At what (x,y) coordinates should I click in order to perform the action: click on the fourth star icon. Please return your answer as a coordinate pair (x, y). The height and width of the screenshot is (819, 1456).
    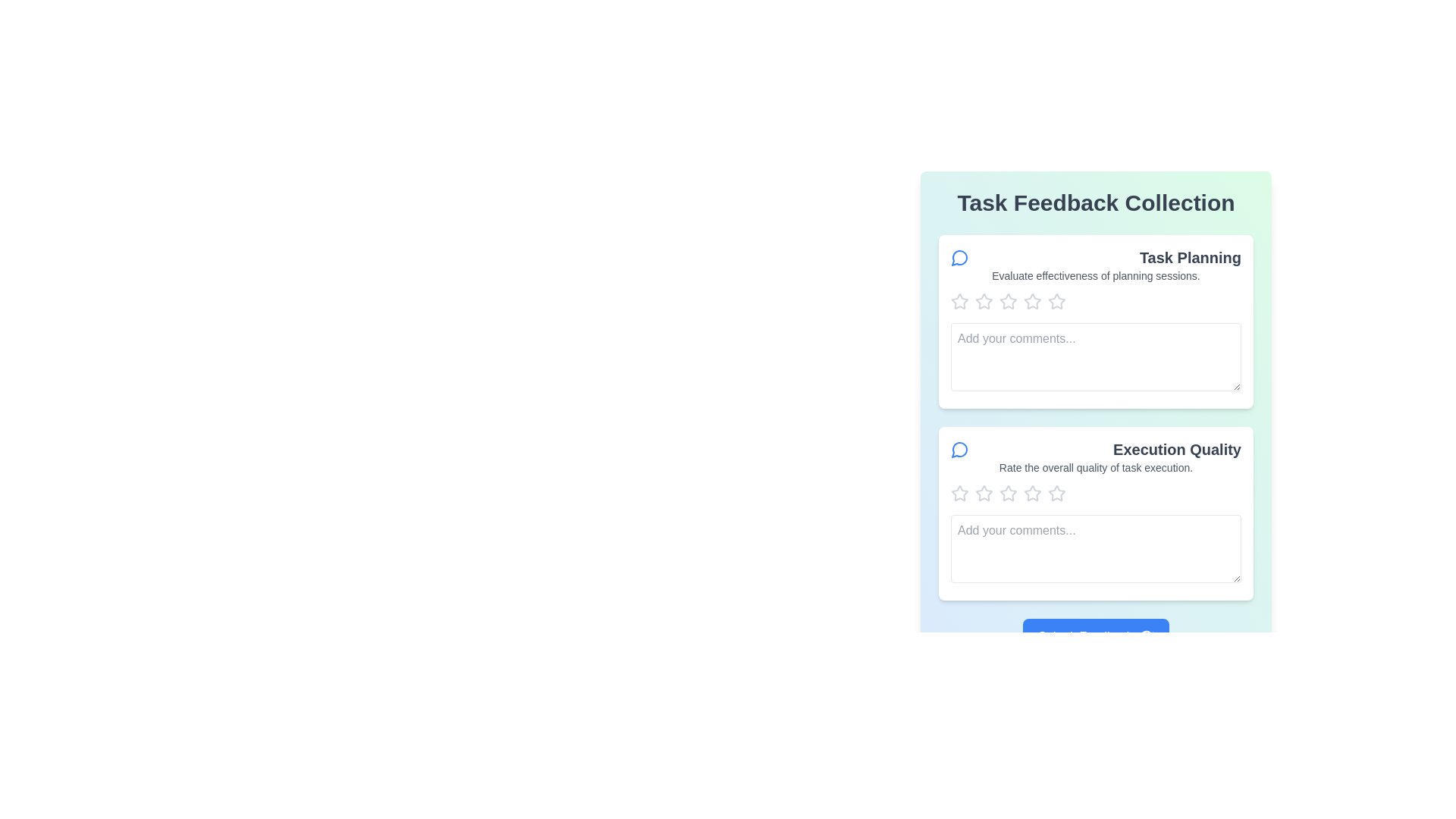
    Looking at the image, I should click on (1008, 301).